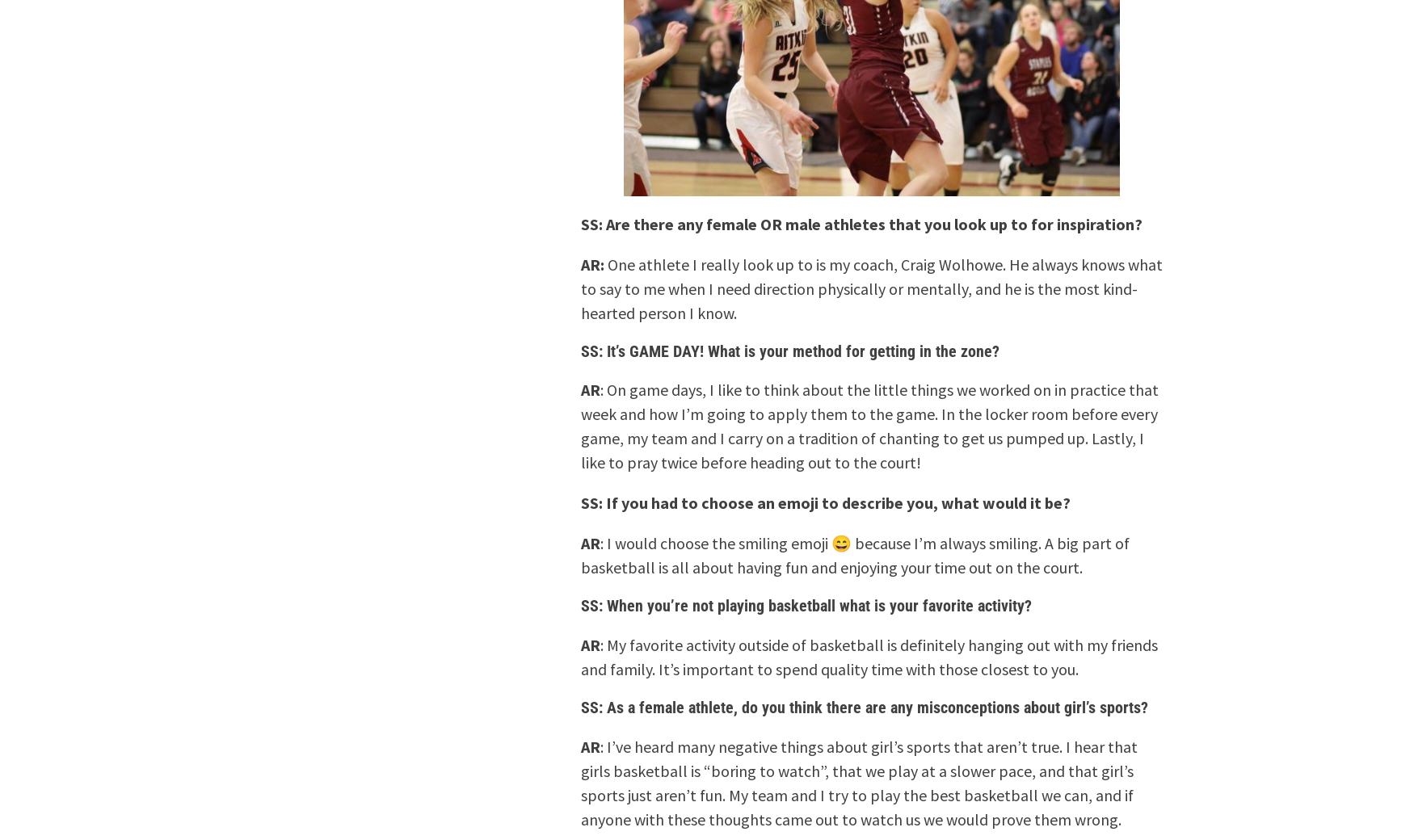 The width and height of the screenshot is (1414, 840). What do you see at coordinates (861, 222) in the screenshot?
I see `'SS: Are there any female OR male athletes that you look up to for inspiration?'` at bounding box center [861, 222].